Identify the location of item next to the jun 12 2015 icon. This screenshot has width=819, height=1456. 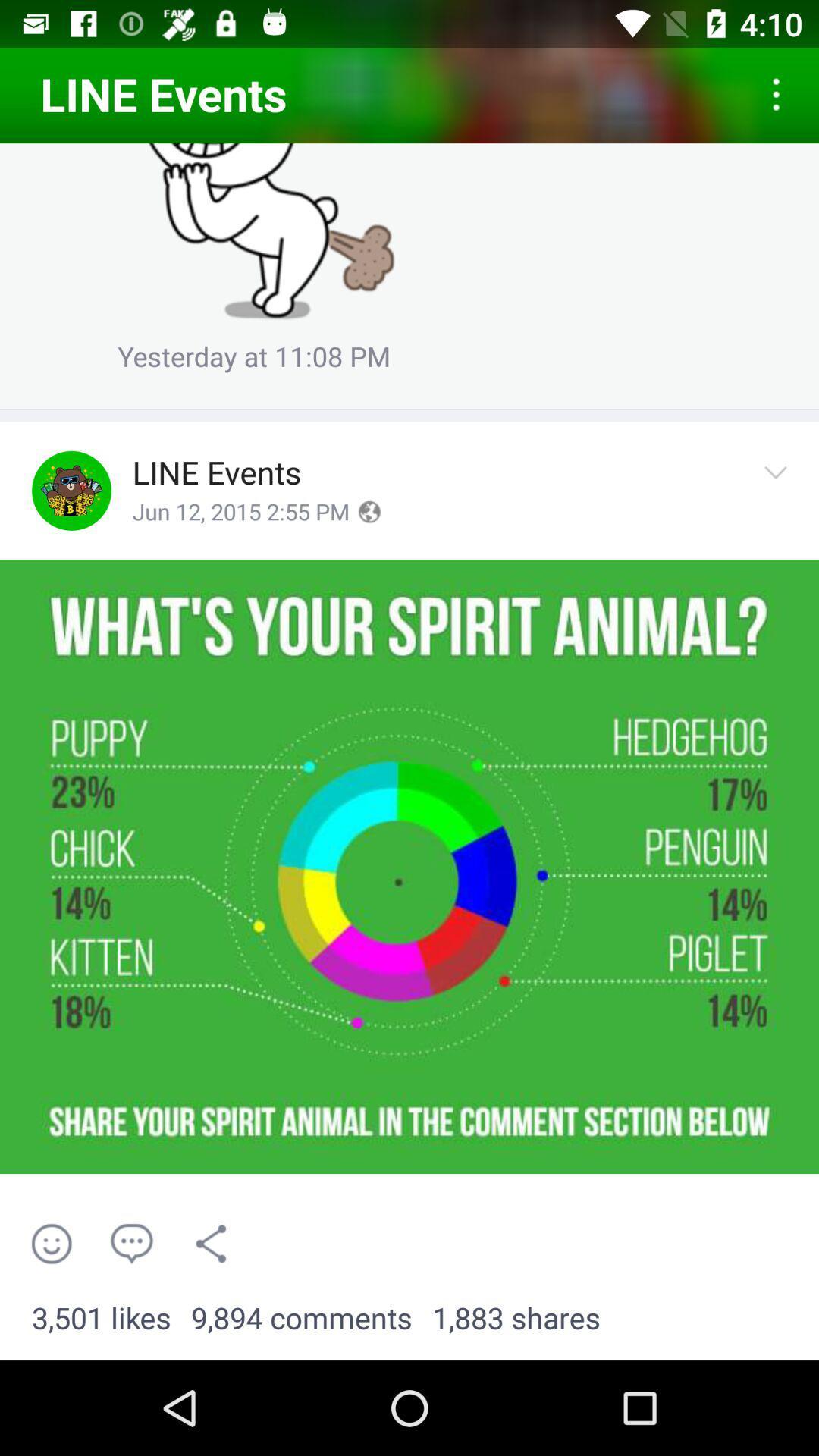
(369, 512).